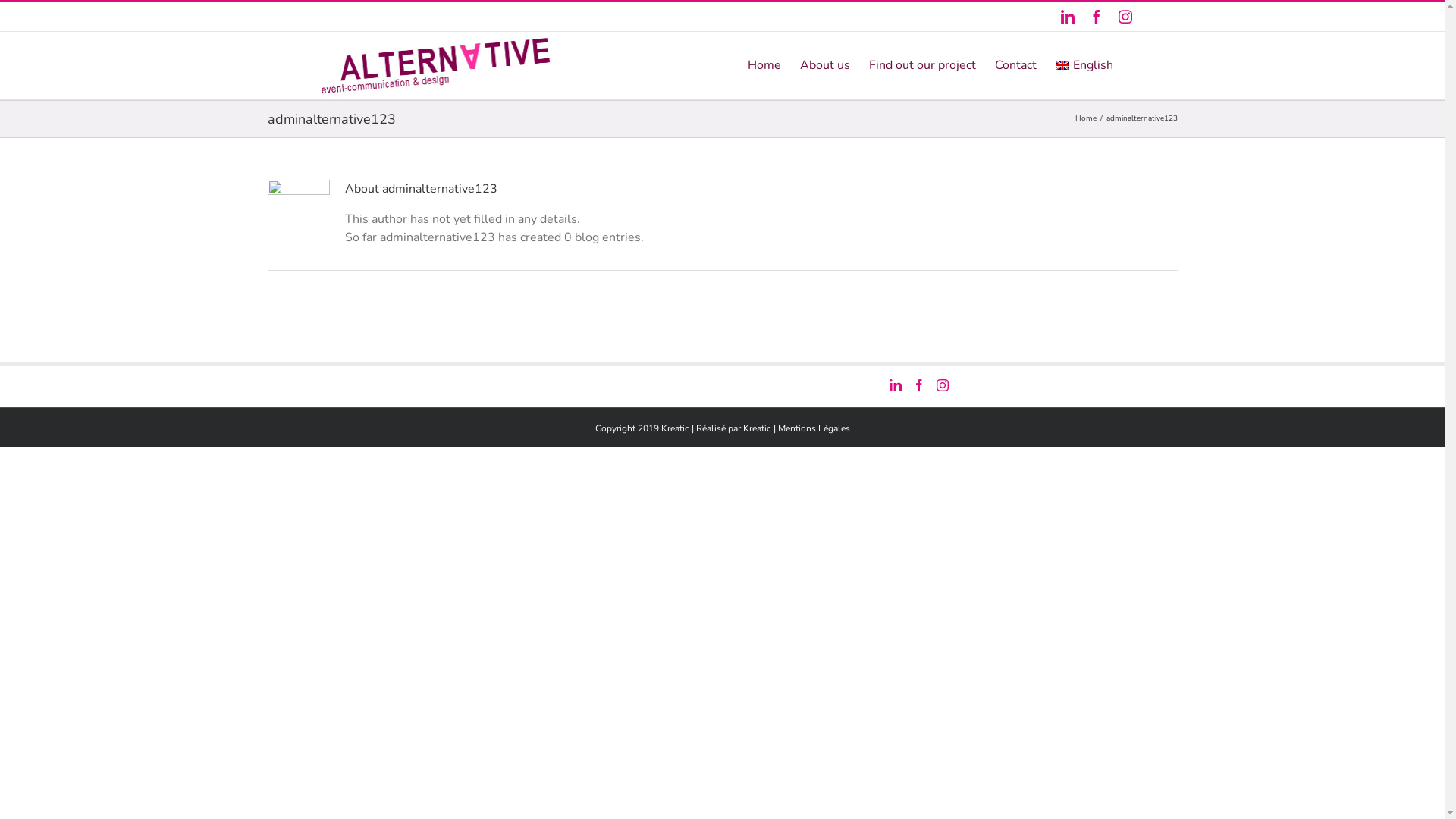  What do you see at coordinates (1074, 117) in the screenshot?
I see `'Home'` at bounding box center [1074, 117].